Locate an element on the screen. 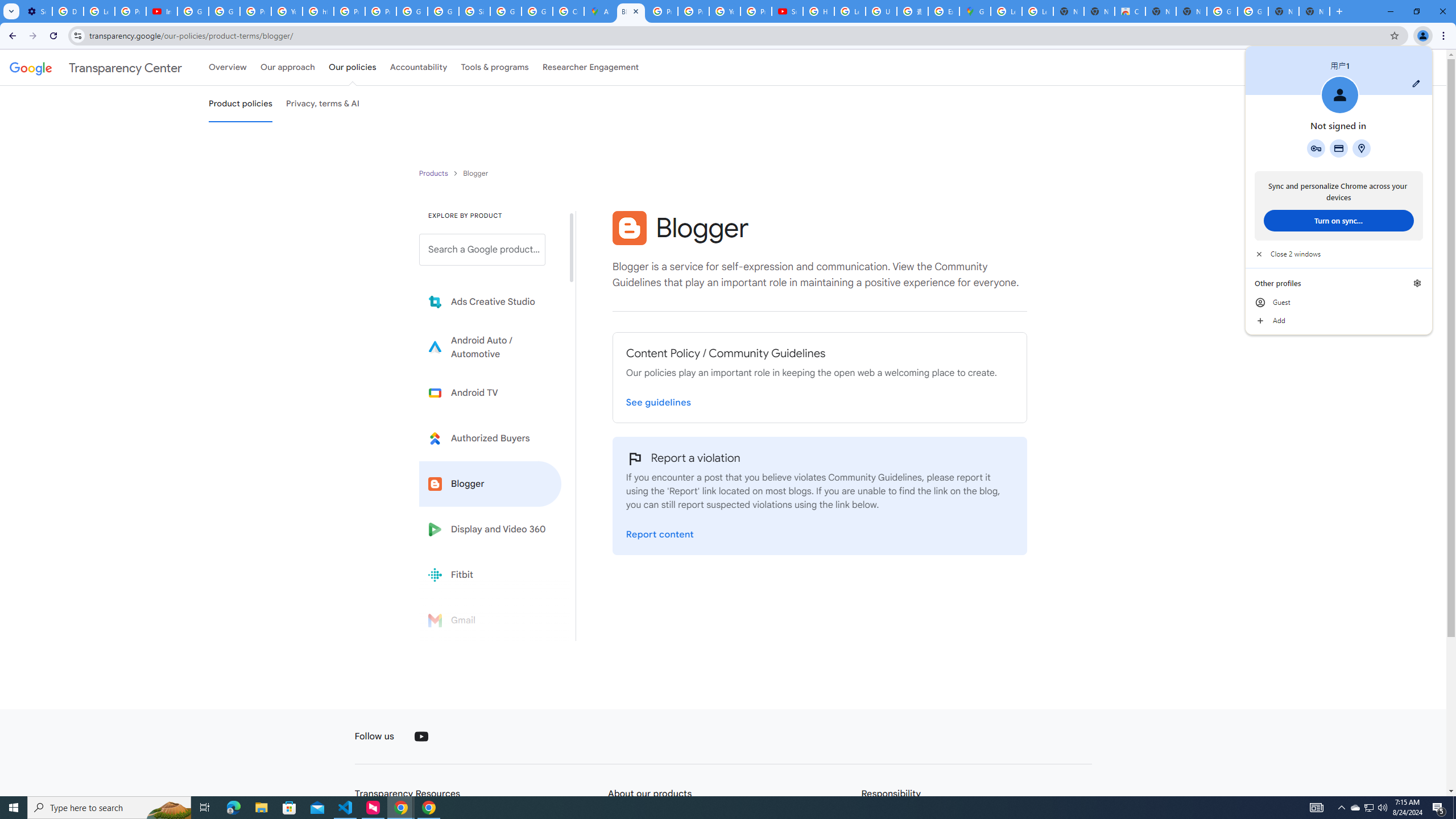 This screenshot has width=1456, height=819. 'Learn more about Android Auto' is located at coordinates (490, 347).